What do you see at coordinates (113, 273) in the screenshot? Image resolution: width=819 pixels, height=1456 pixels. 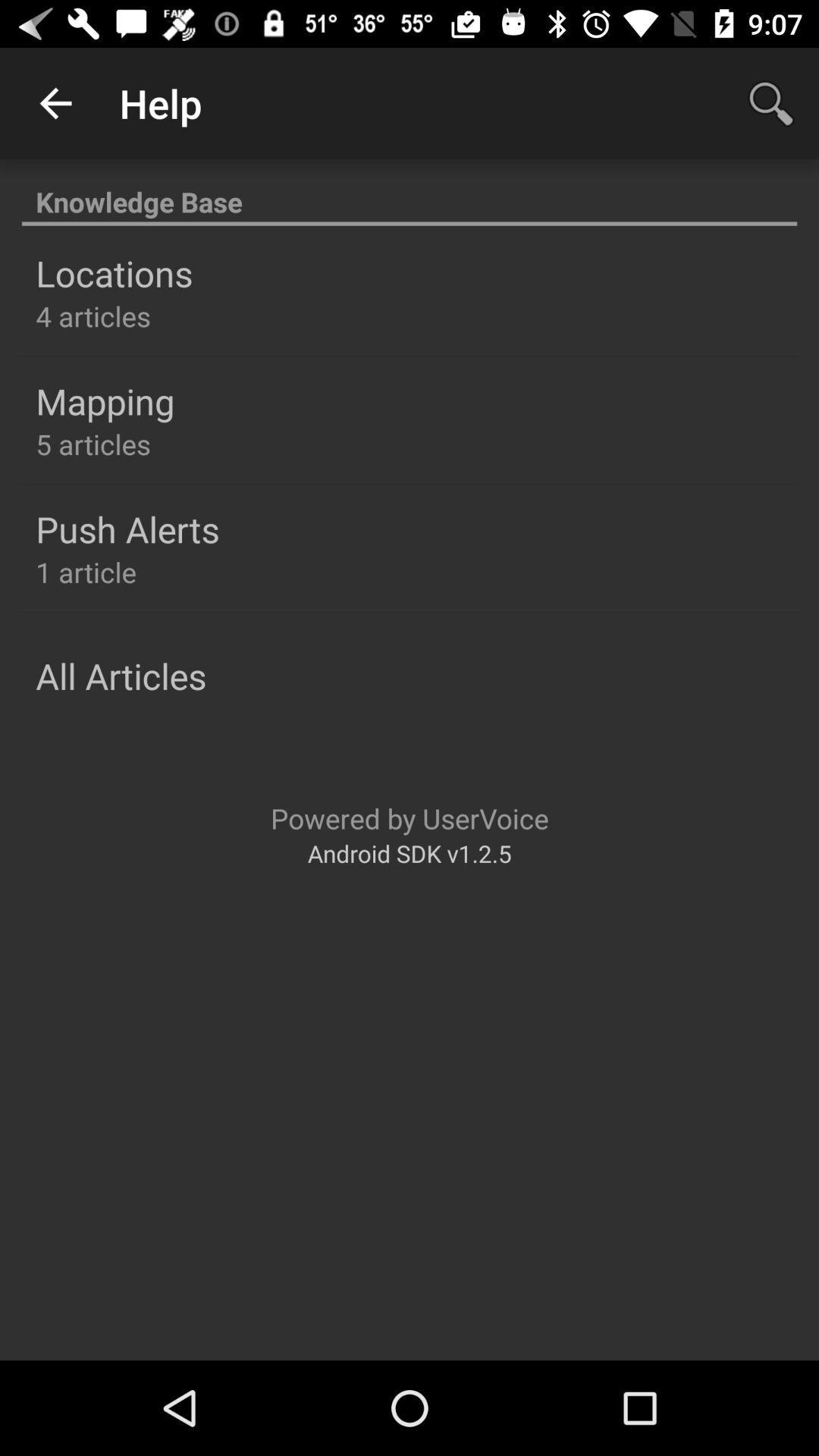 I see `the item above 4 articles icon` at bounding box center [113, 273].